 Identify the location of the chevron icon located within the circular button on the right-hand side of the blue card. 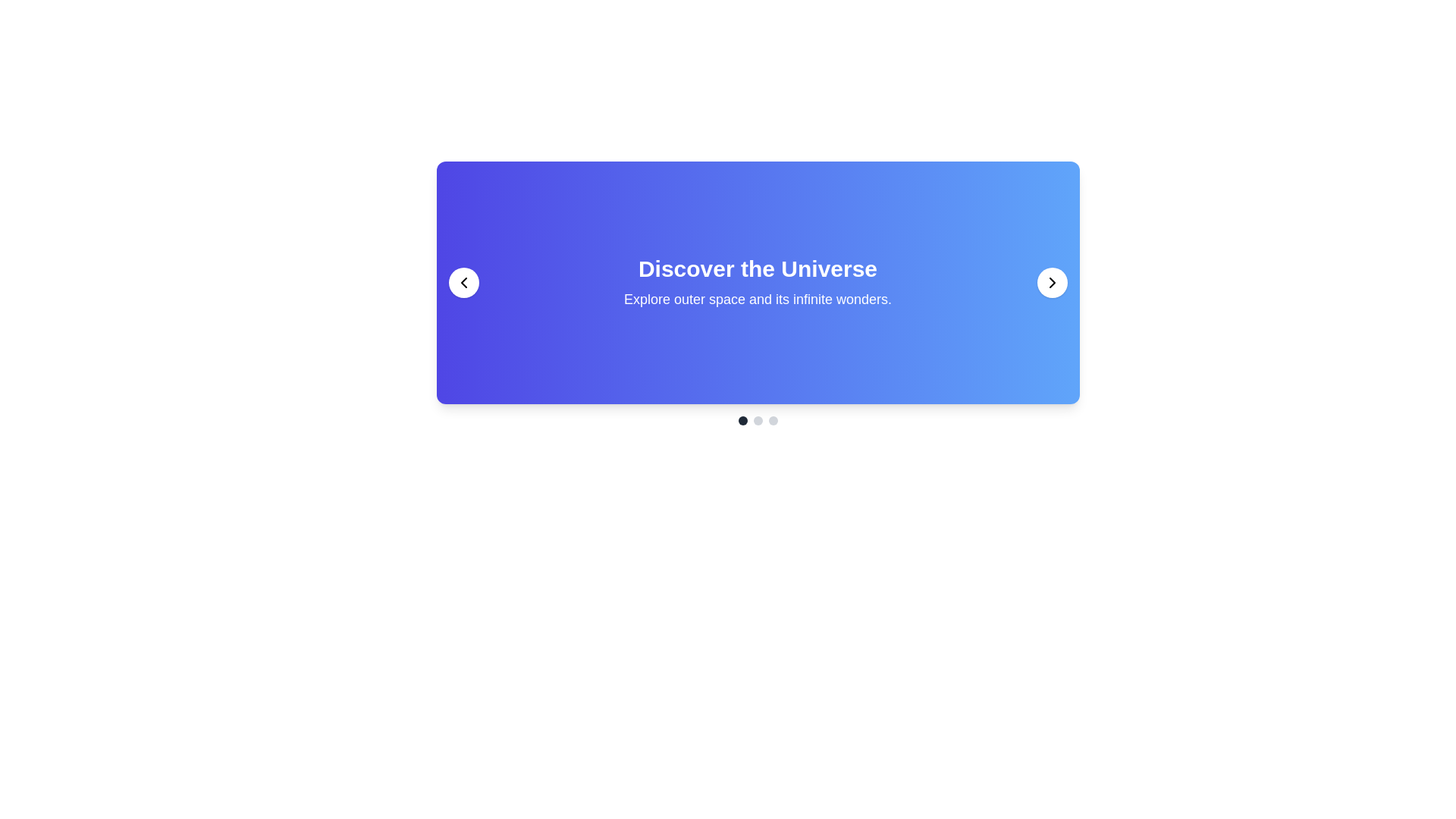
(1051, 283).